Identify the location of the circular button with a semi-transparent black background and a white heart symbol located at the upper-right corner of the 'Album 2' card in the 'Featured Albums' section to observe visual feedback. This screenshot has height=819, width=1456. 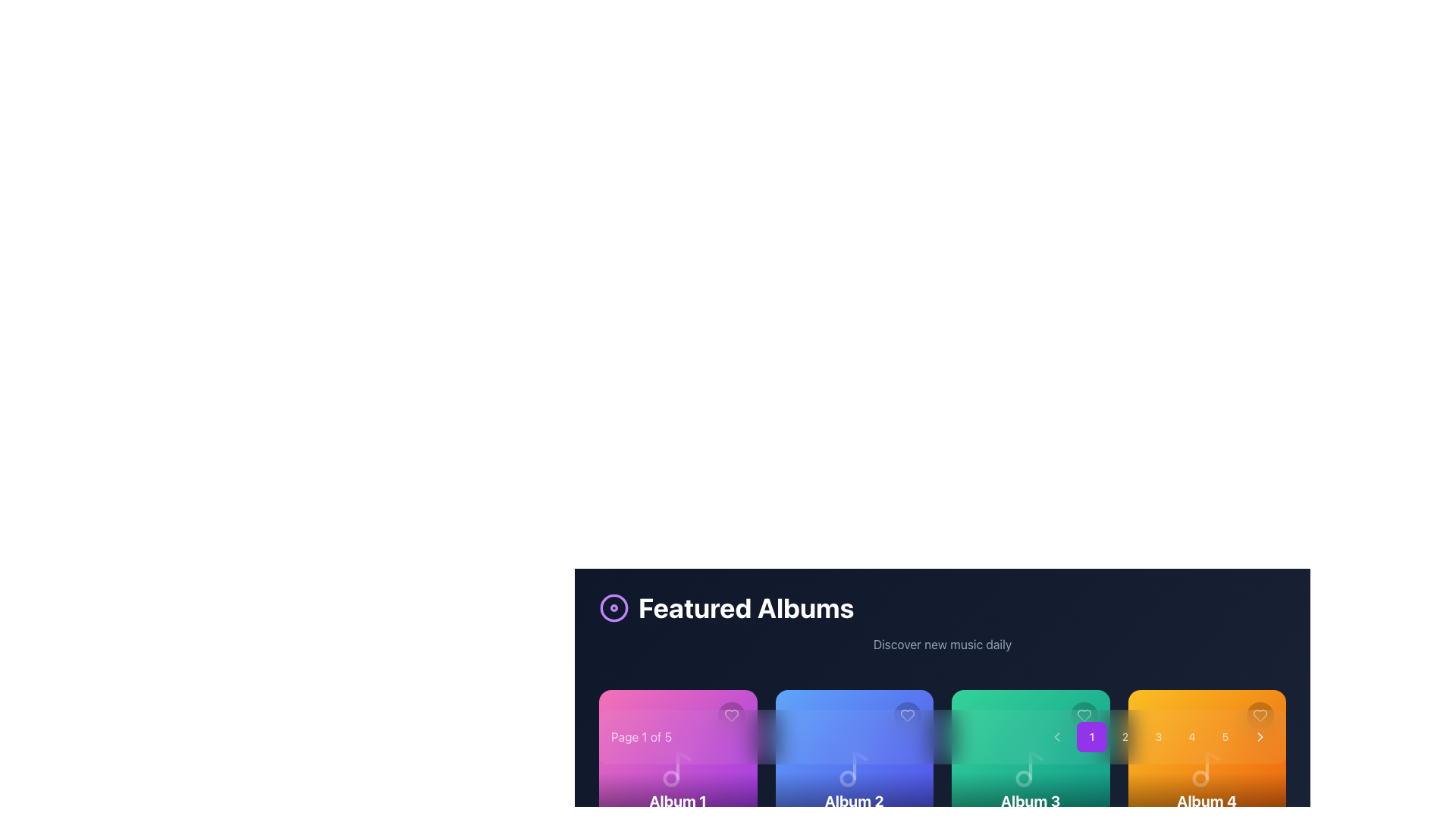
(907, 716).